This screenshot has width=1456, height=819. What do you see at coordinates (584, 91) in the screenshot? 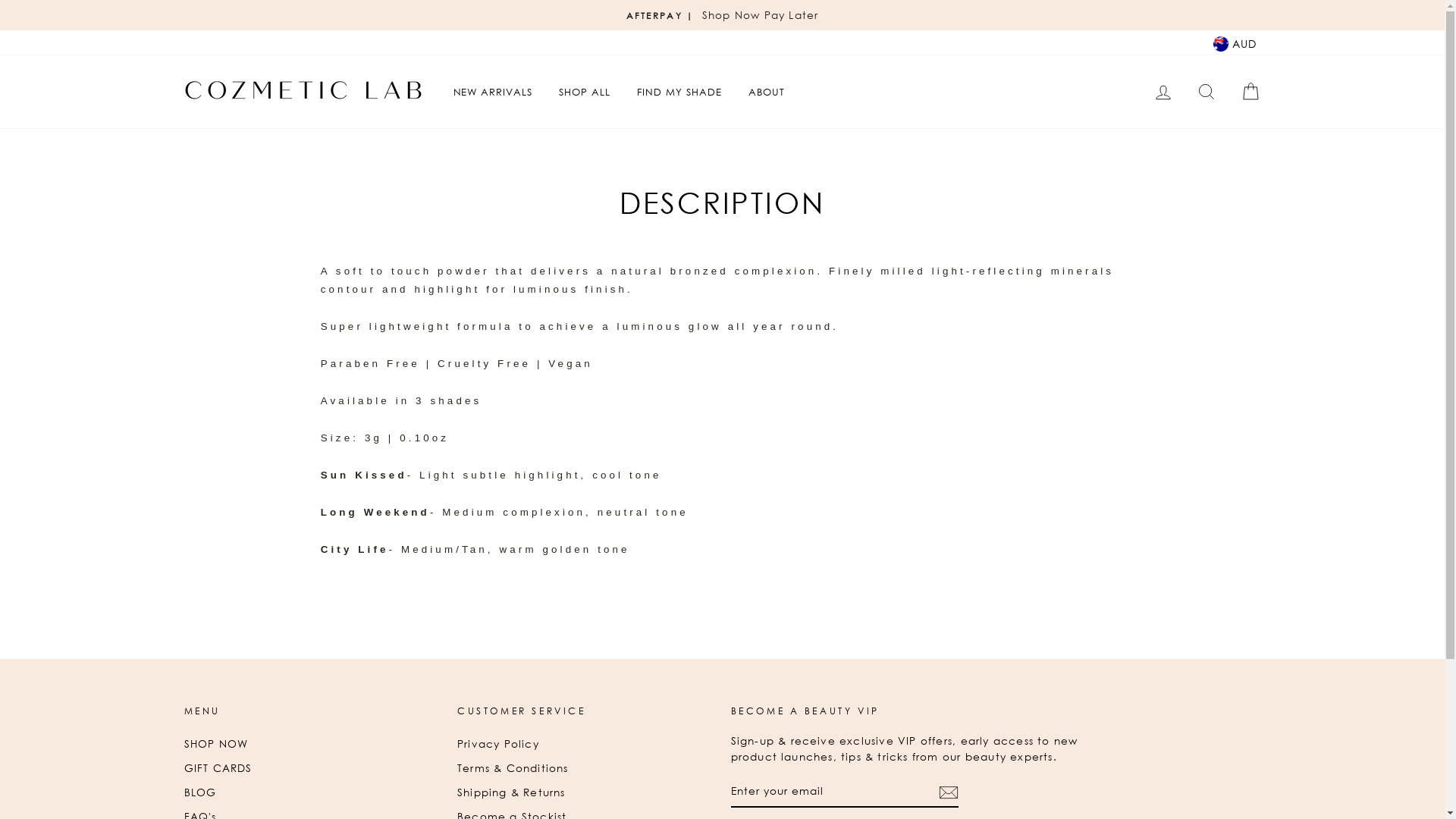
I see `'SHOP ALL'` at bounding box center [584, 91].